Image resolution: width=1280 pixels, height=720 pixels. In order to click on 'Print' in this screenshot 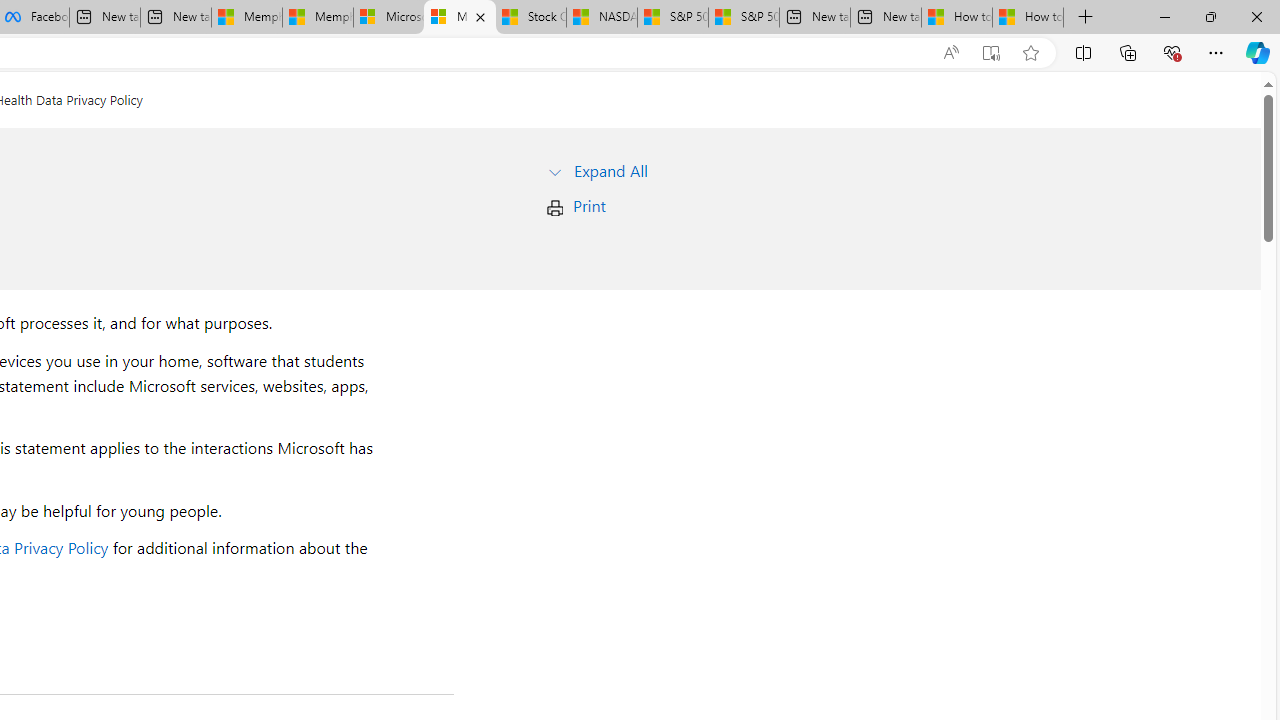, I will do `click(588, 205)`.